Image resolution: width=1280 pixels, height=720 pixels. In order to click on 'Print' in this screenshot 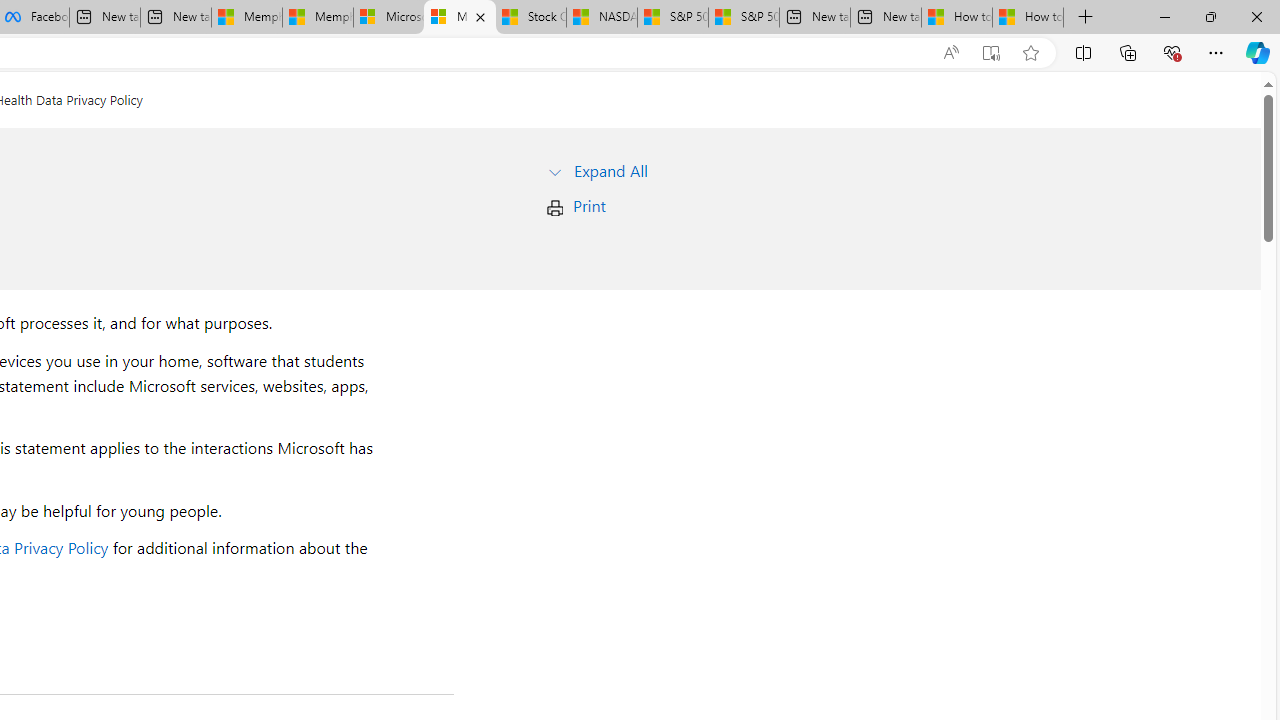, I will do `click(588, 205)`.